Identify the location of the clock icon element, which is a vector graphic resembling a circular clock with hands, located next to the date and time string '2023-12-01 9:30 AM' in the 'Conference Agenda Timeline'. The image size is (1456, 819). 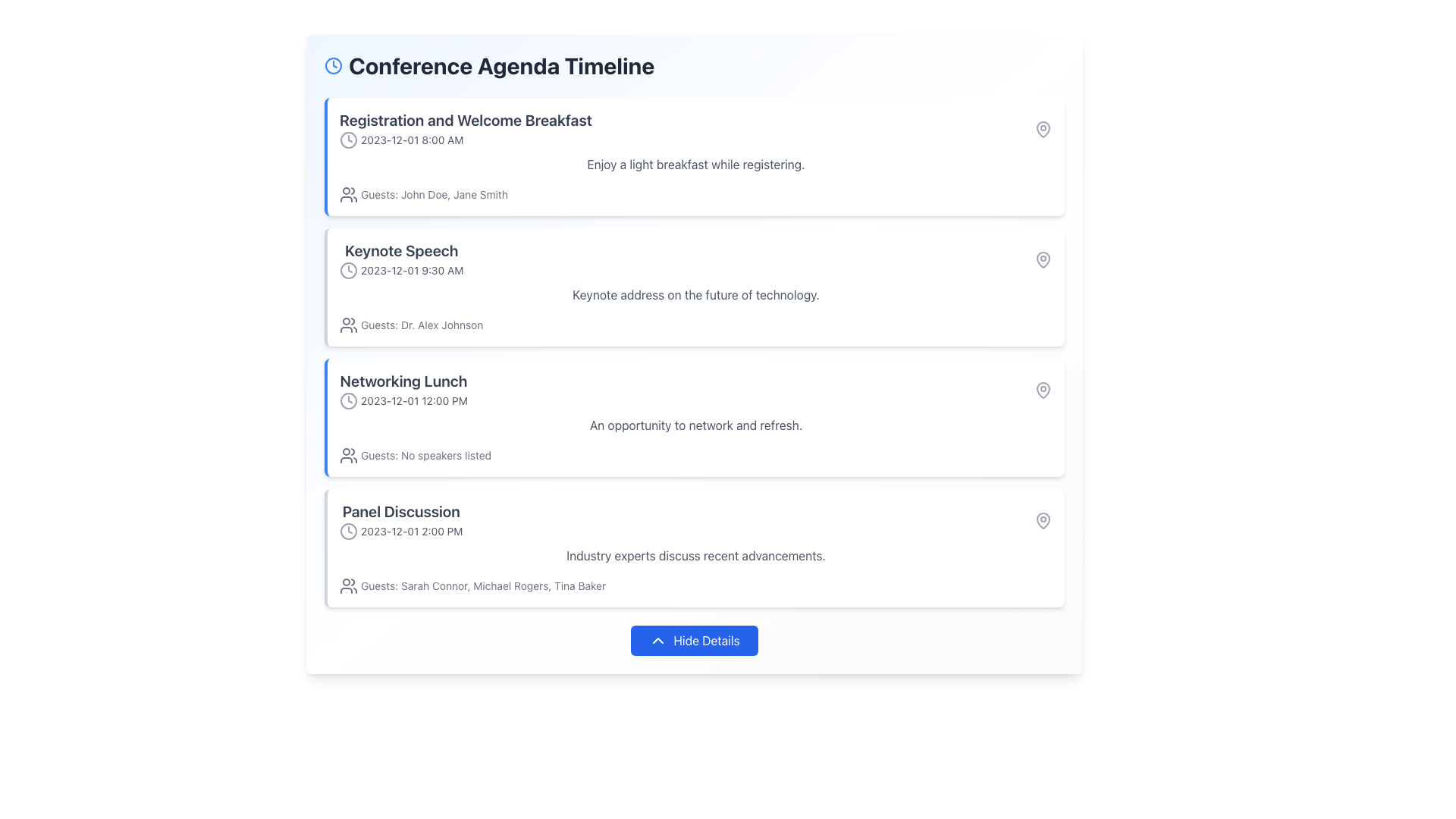
(348, 270).